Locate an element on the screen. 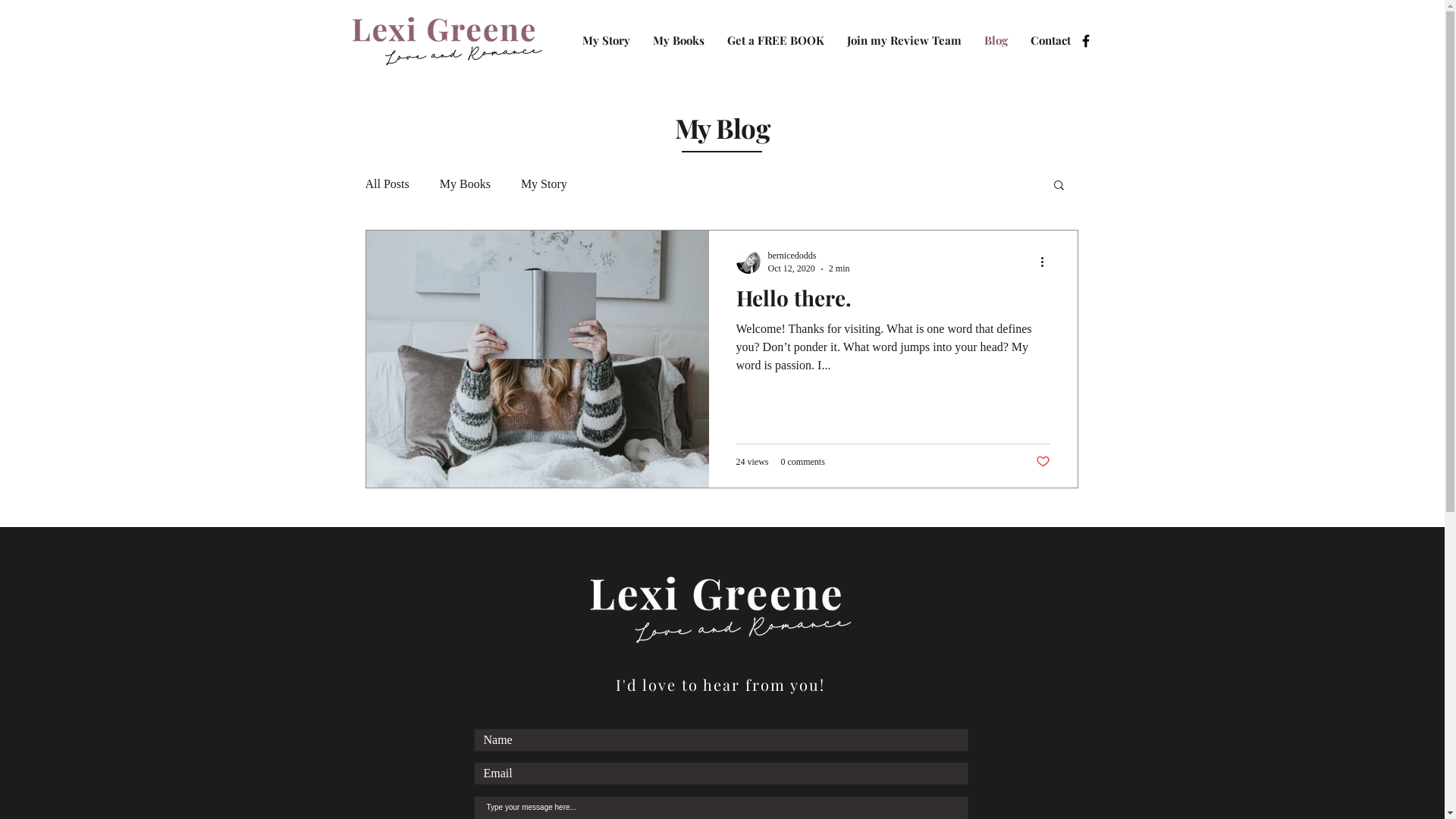 The height and width of the screenshot is (819, 1456). 'All Posts' is located at coordinates (387, 184).